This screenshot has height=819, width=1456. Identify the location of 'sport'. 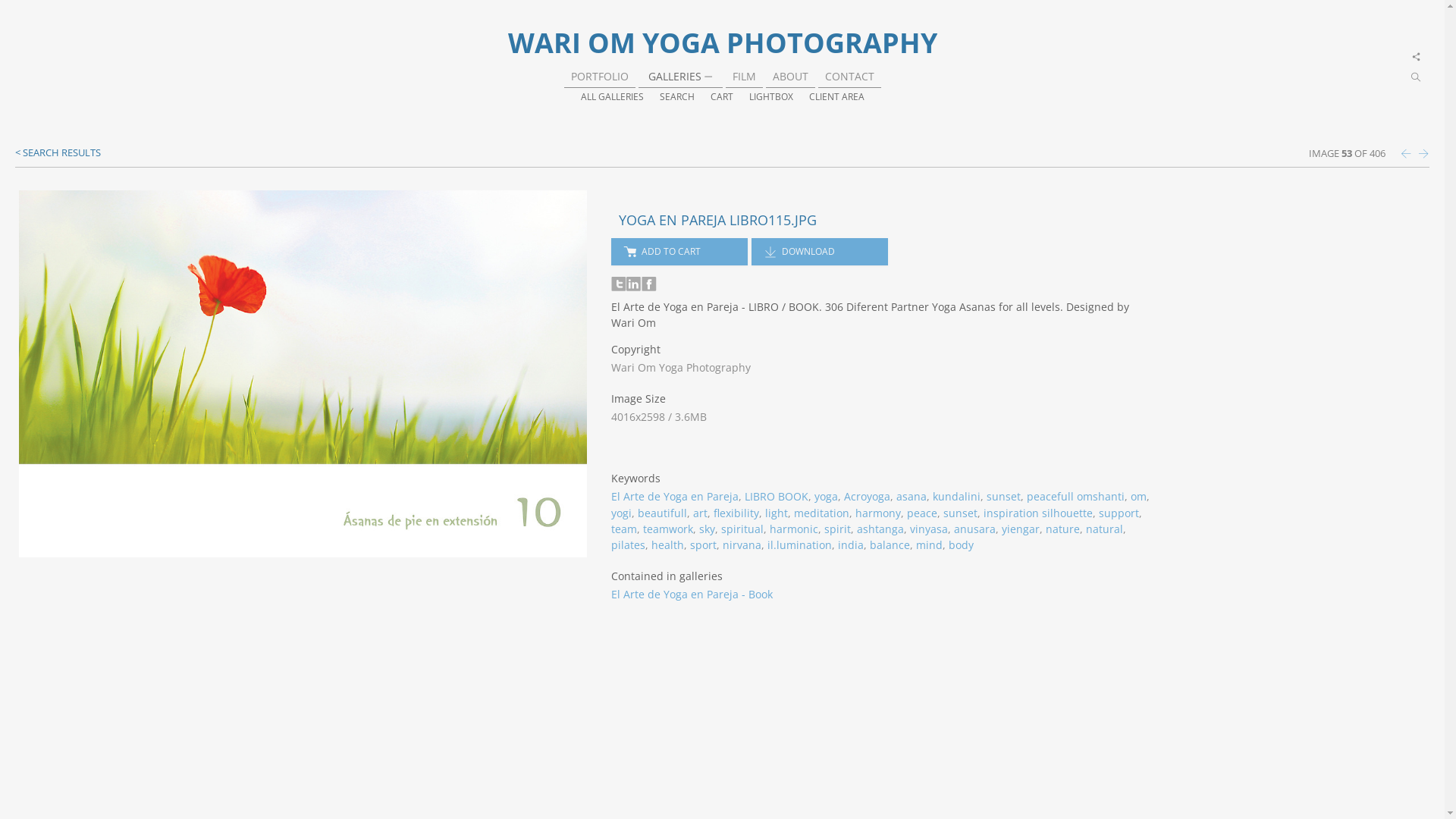
(702, 544).